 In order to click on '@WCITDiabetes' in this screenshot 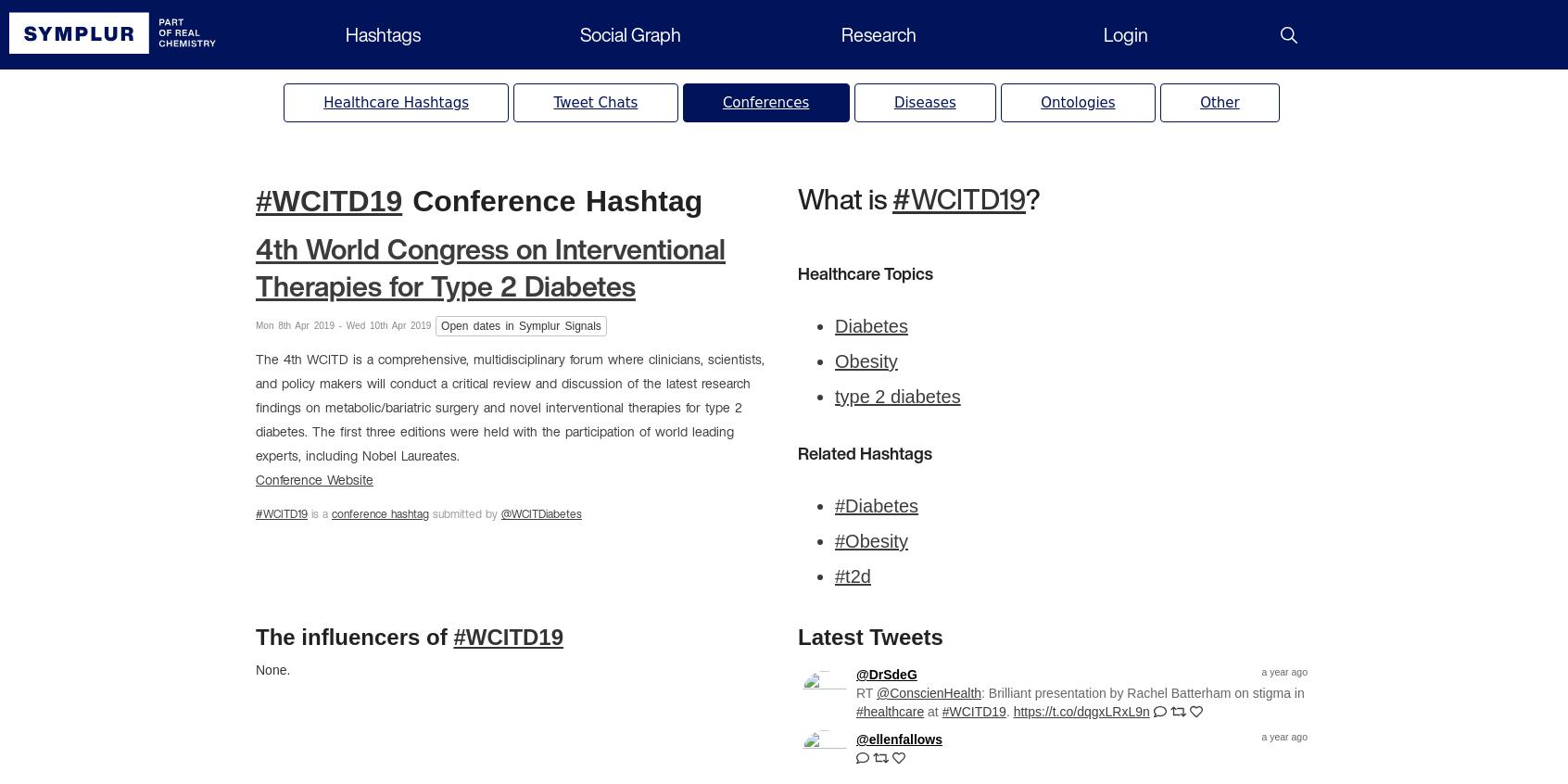, I will do `click(540, 513)`.